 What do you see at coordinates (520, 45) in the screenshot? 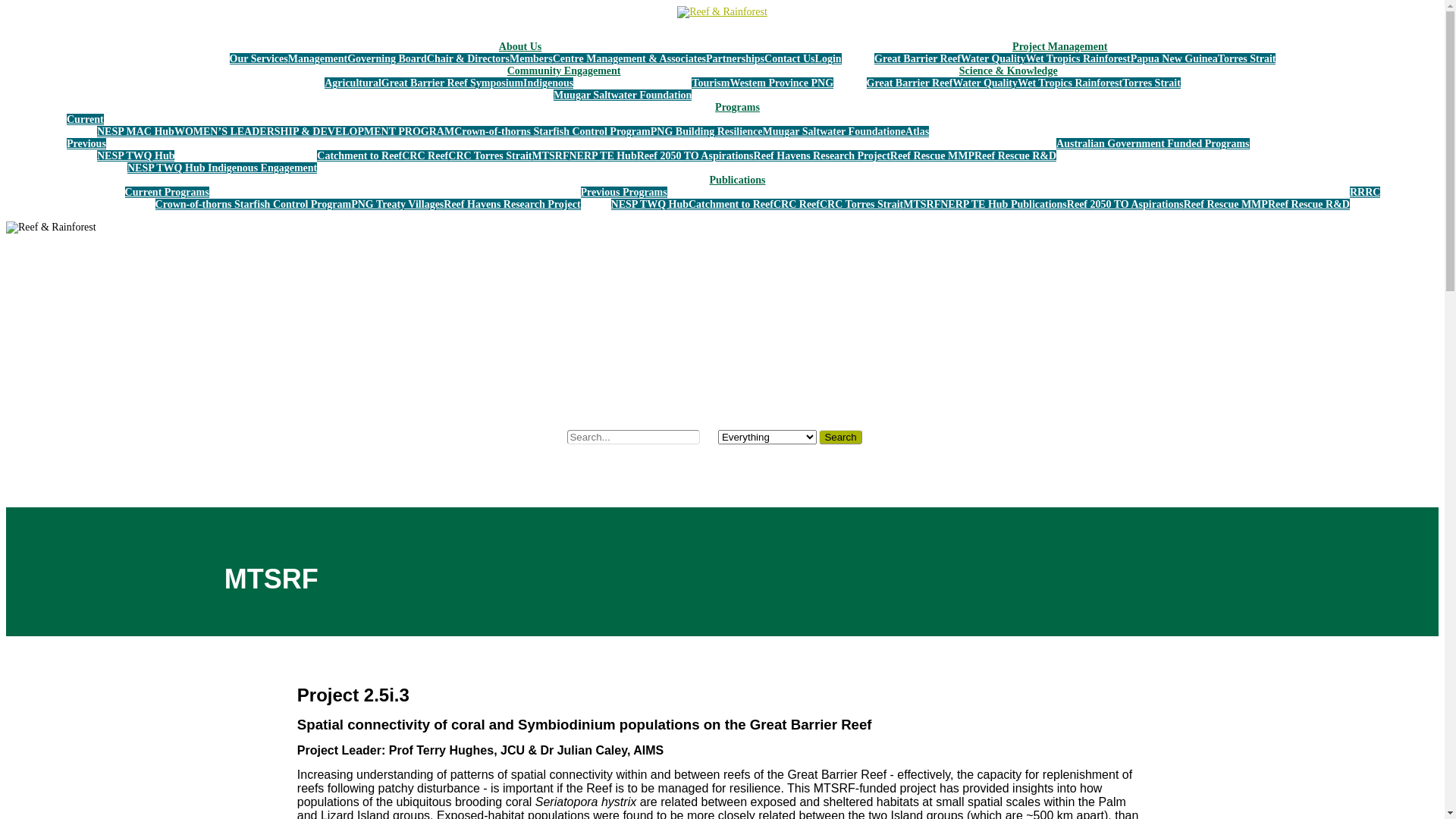
I see `'About Us'` at bounding box center [520, 45].